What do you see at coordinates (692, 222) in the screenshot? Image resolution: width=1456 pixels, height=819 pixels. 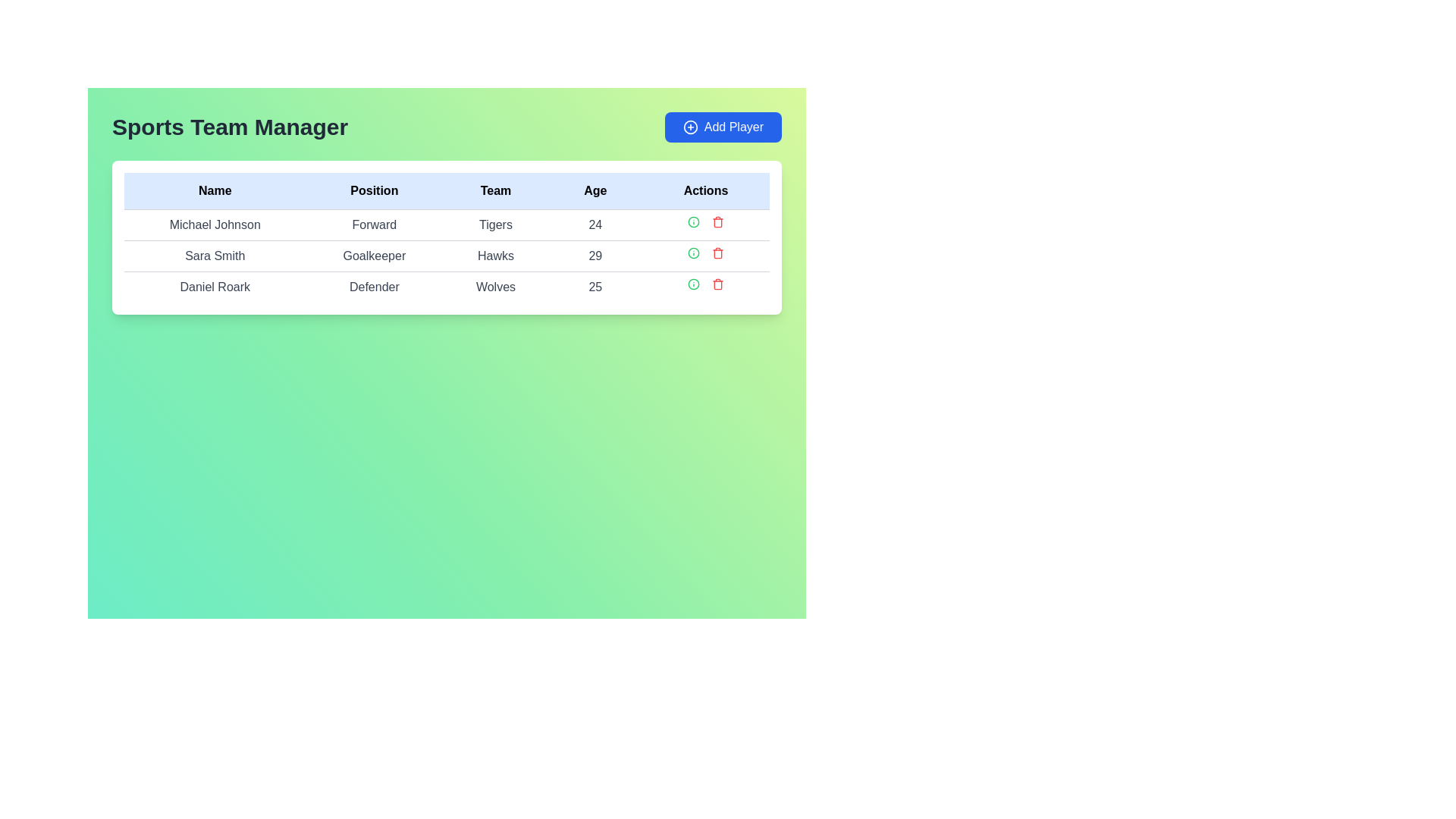 I see `the Icon button located in the 'Actions' column of the second row of the table, which is immediately to the left of a red trash bin icon` at bounding box center [692, 222].